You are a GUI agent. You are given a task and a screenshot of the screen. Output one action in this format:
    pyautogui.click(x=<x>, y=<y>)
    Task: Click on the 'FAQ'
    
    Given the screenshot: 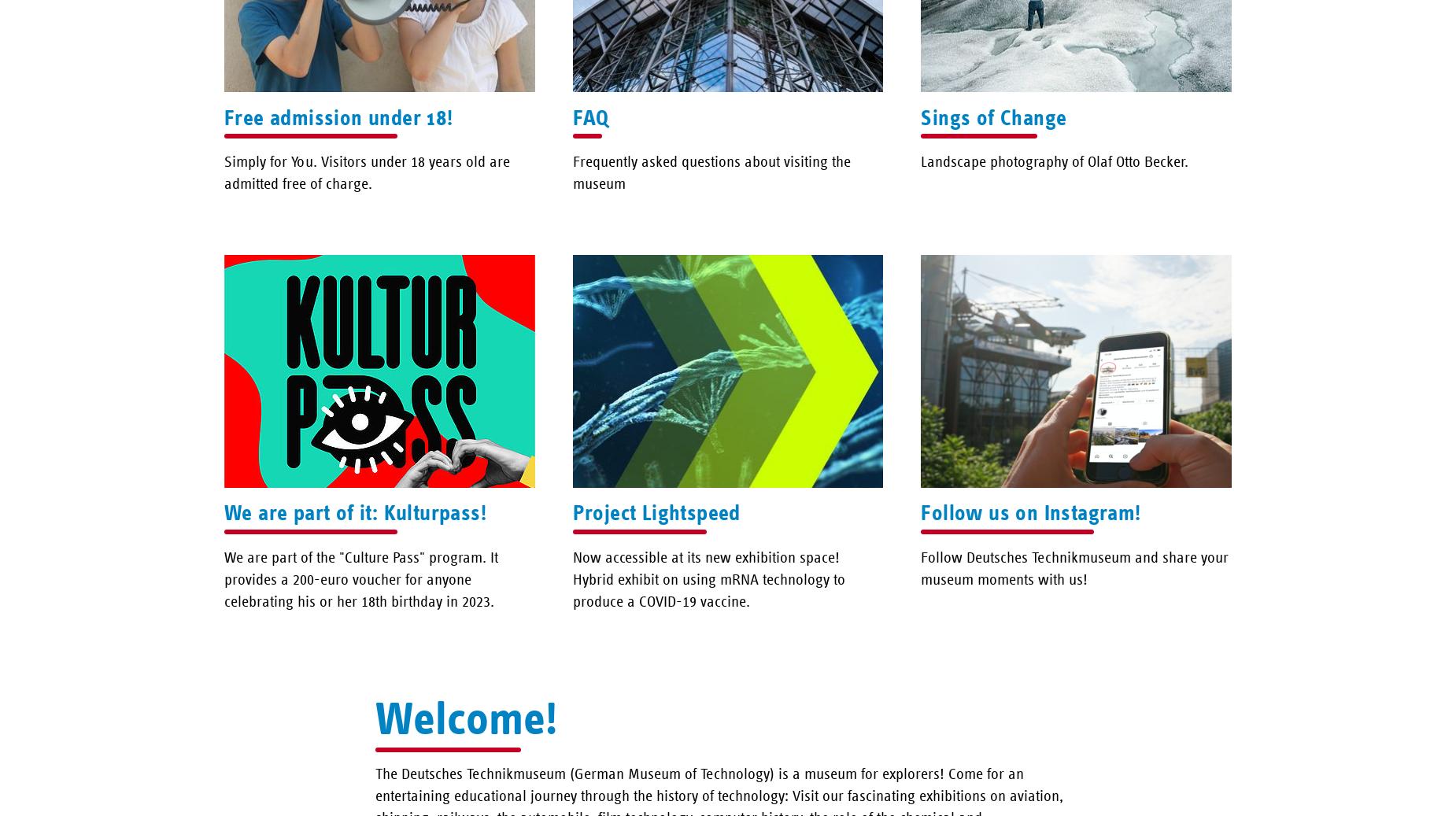 What is the action you would take?
    pyautogui.click(x=572, y=116)
    